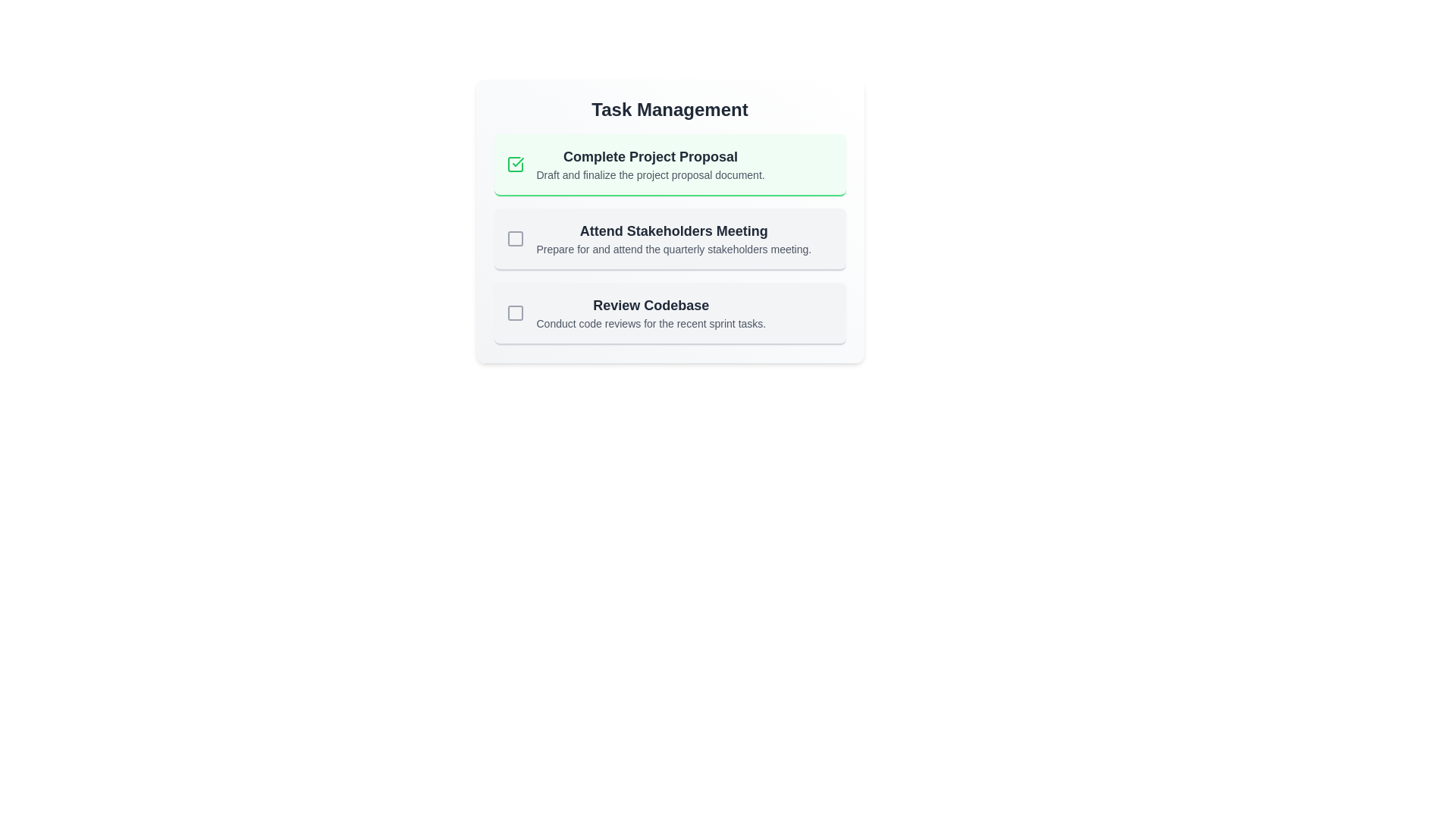  I want to click on the list of items with titles and descriptions, so click(669, 239).